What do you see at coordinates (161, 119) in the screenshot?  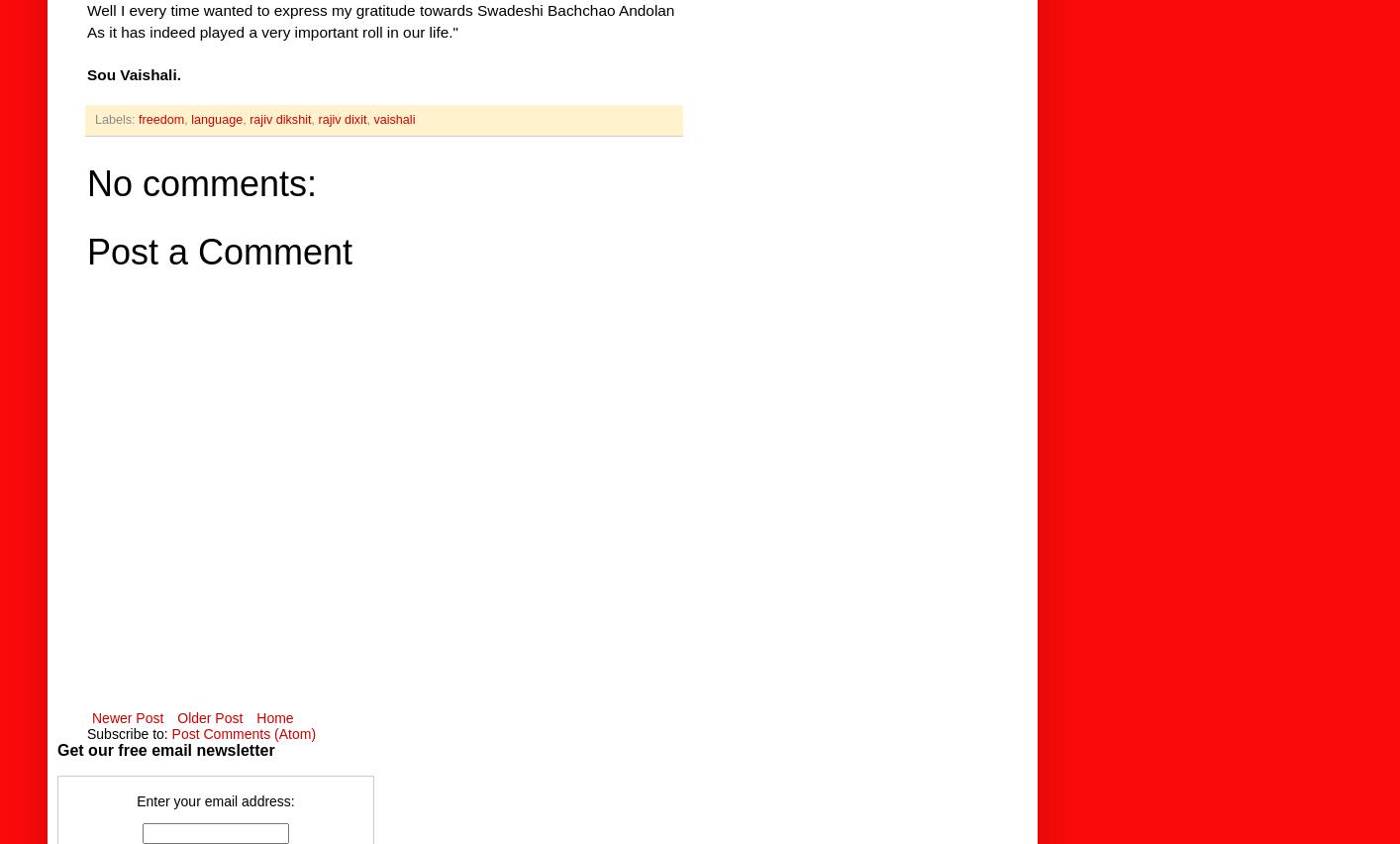 I see `'freedom'` at bounding box center [161, 119].